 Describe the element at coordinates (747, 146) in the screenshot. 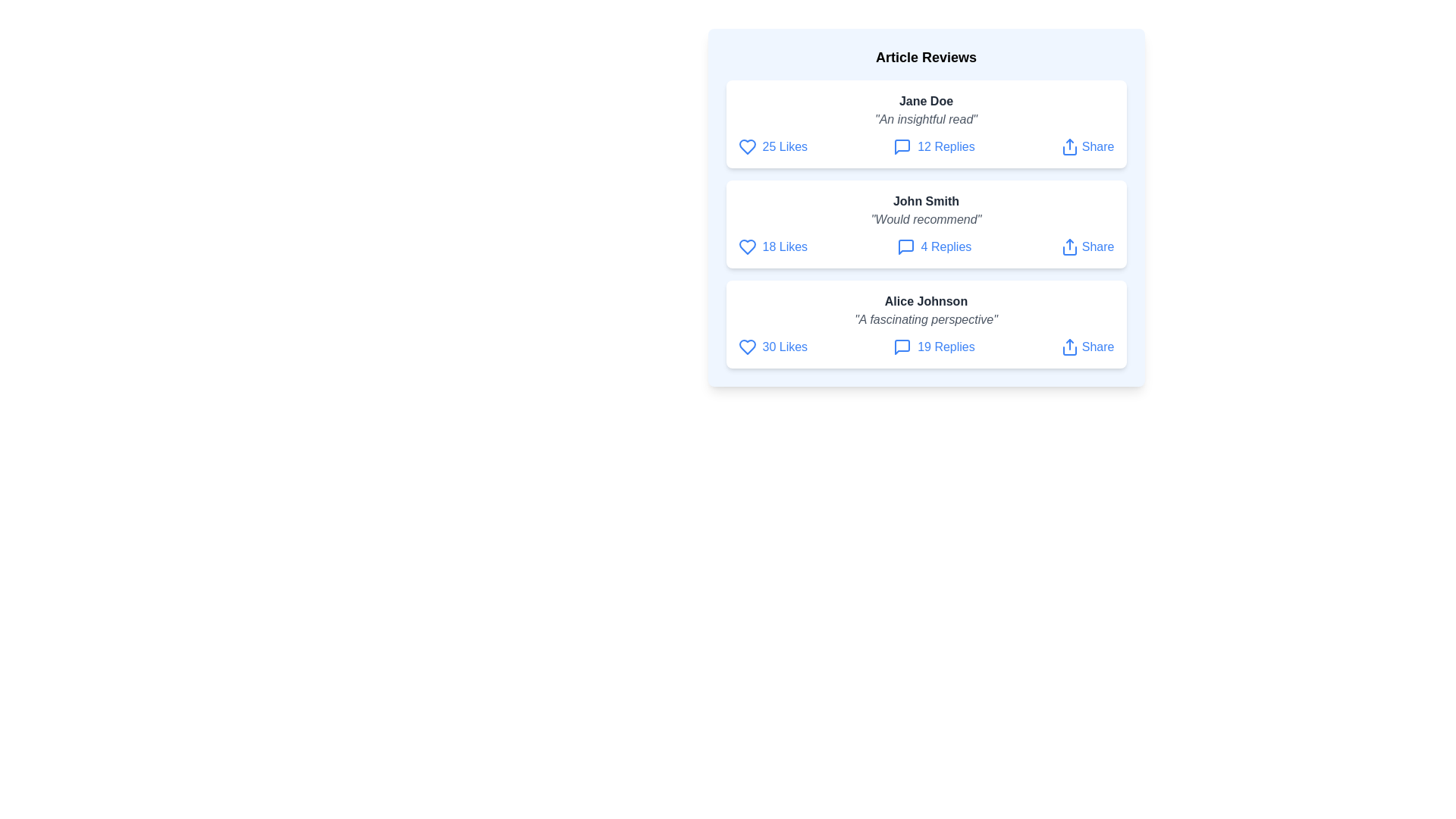

I see `like button for the review authored by Jane Doe` at that location.